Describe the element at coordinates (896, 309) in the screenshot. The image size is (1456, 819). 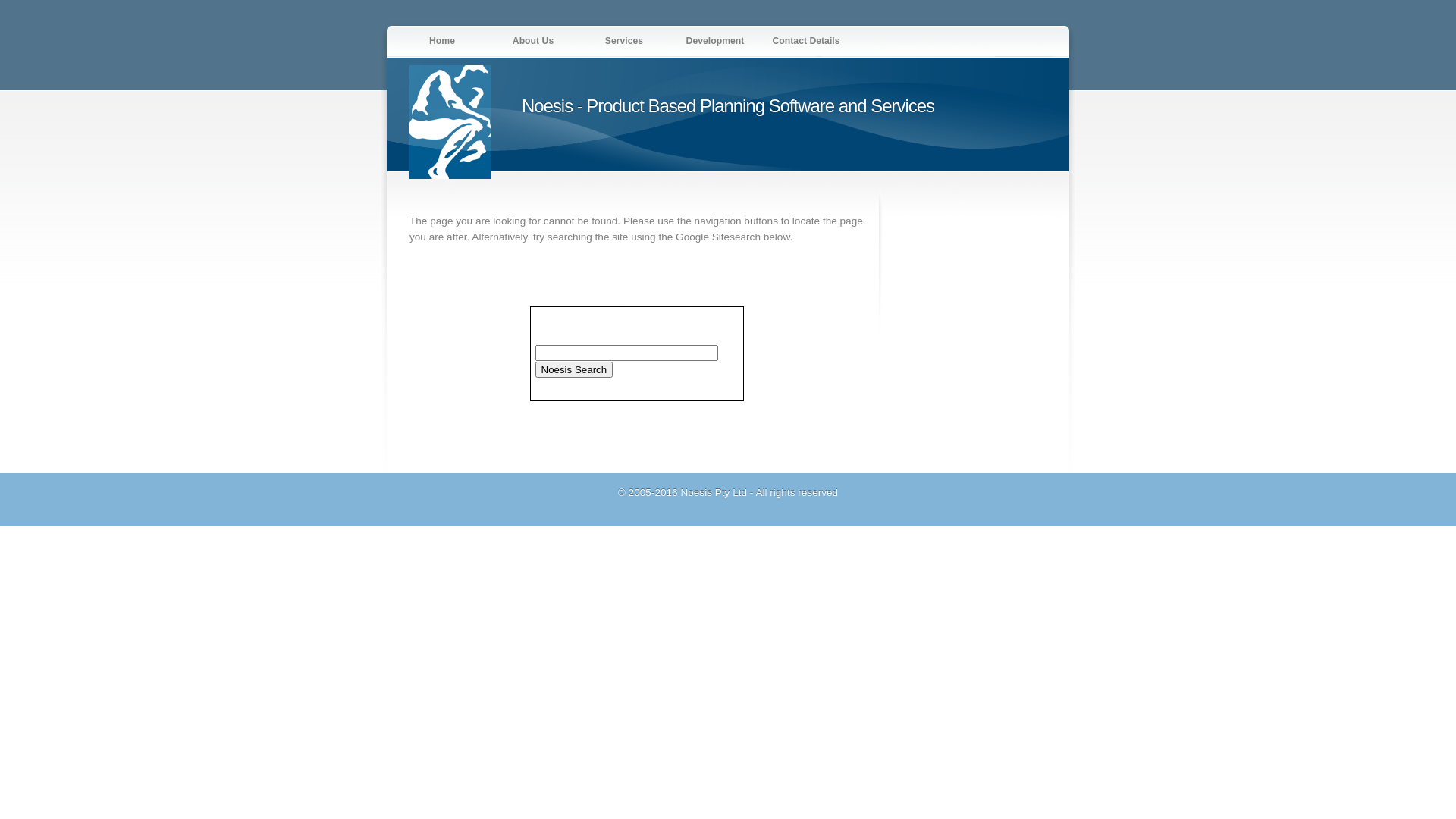
I see `'Advertisement'` at that location.